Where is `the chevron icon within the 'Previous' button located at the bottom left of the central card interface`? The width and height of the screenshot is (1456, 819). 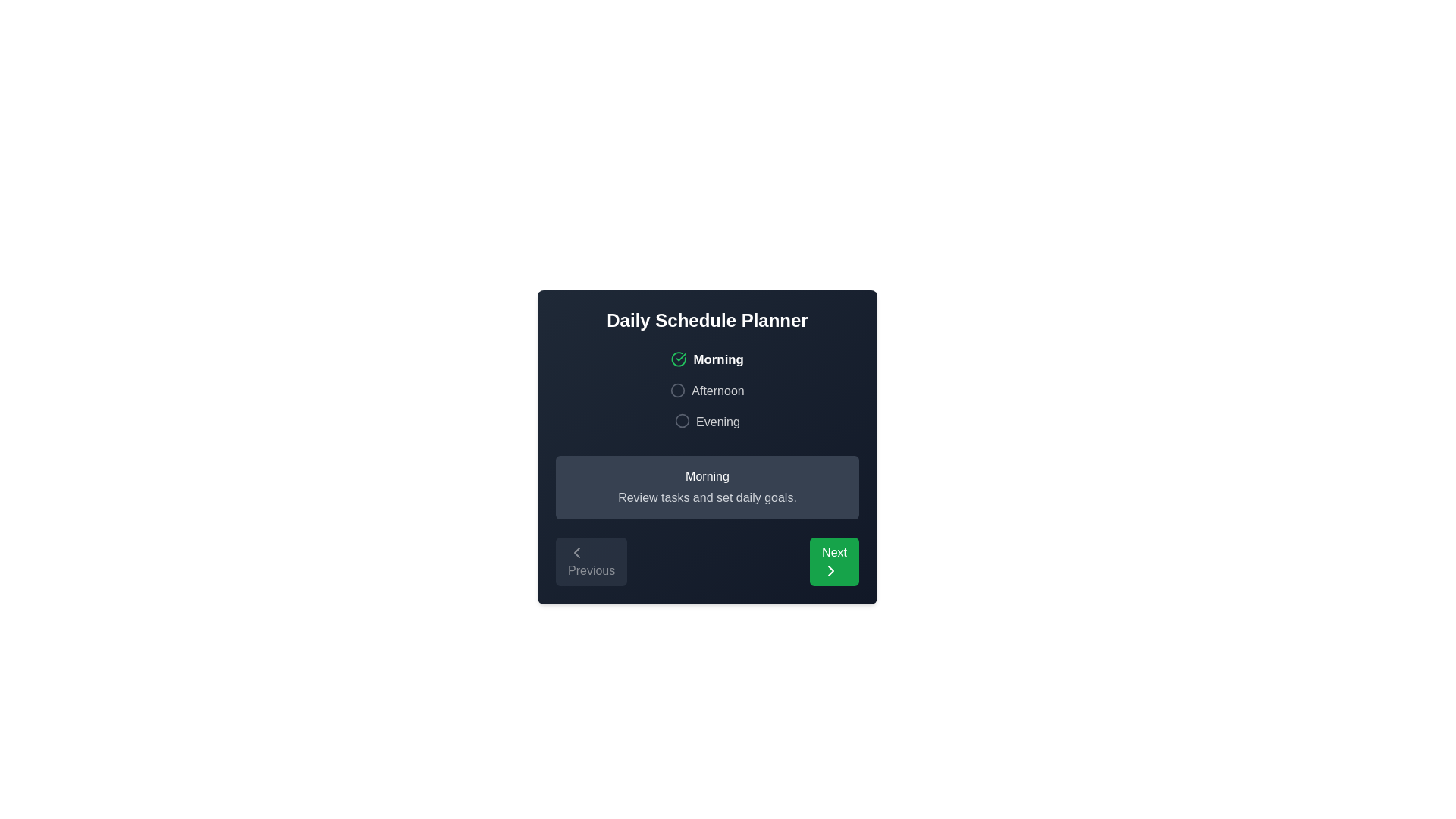 the chevron icon within the 'Previous' button located at the bottom left of the central card interface is located at coordinates (576, 553).